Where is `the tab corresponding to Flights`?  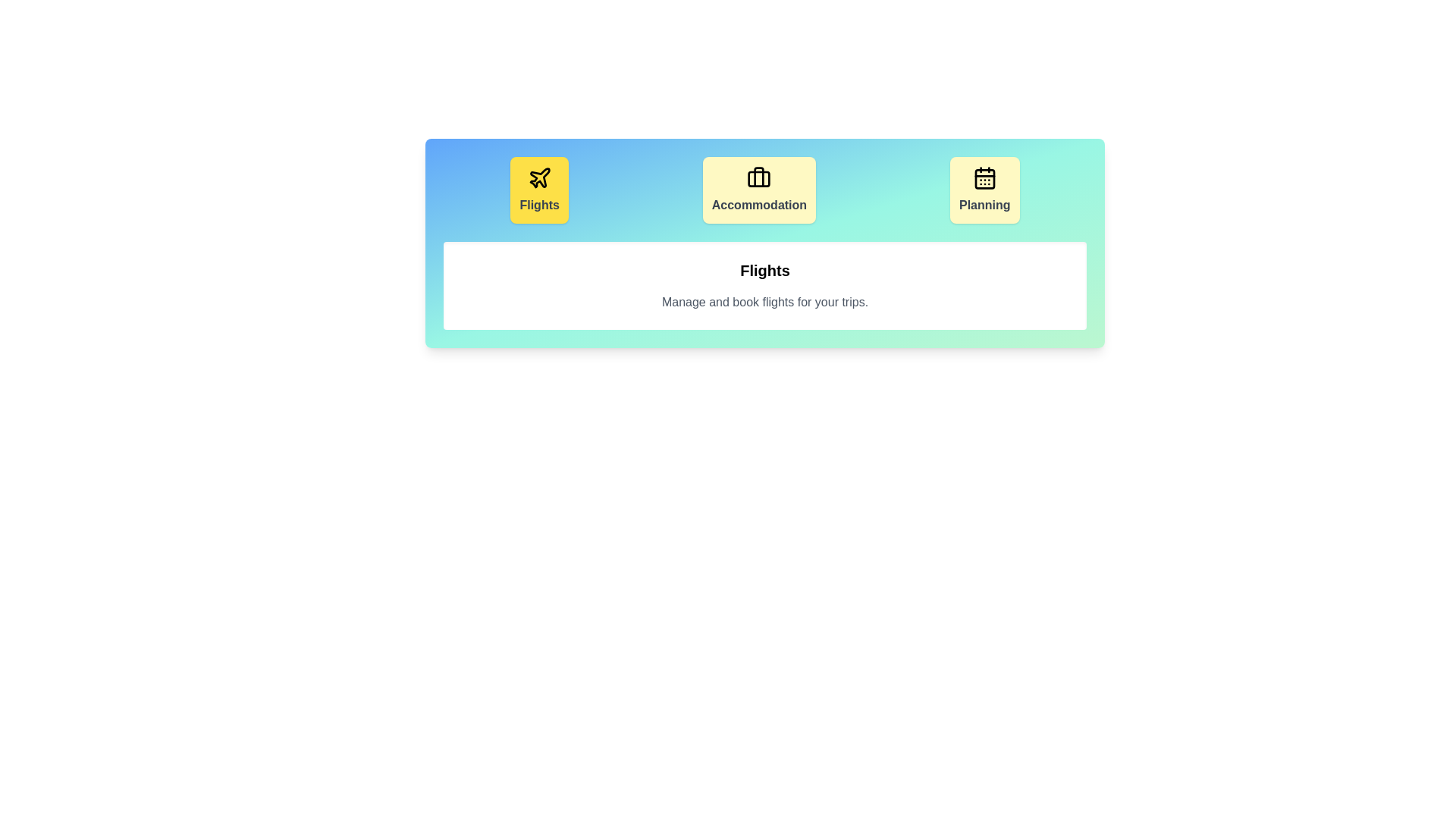 the tab corresponding to Flights is located at coordinates (539, 189).